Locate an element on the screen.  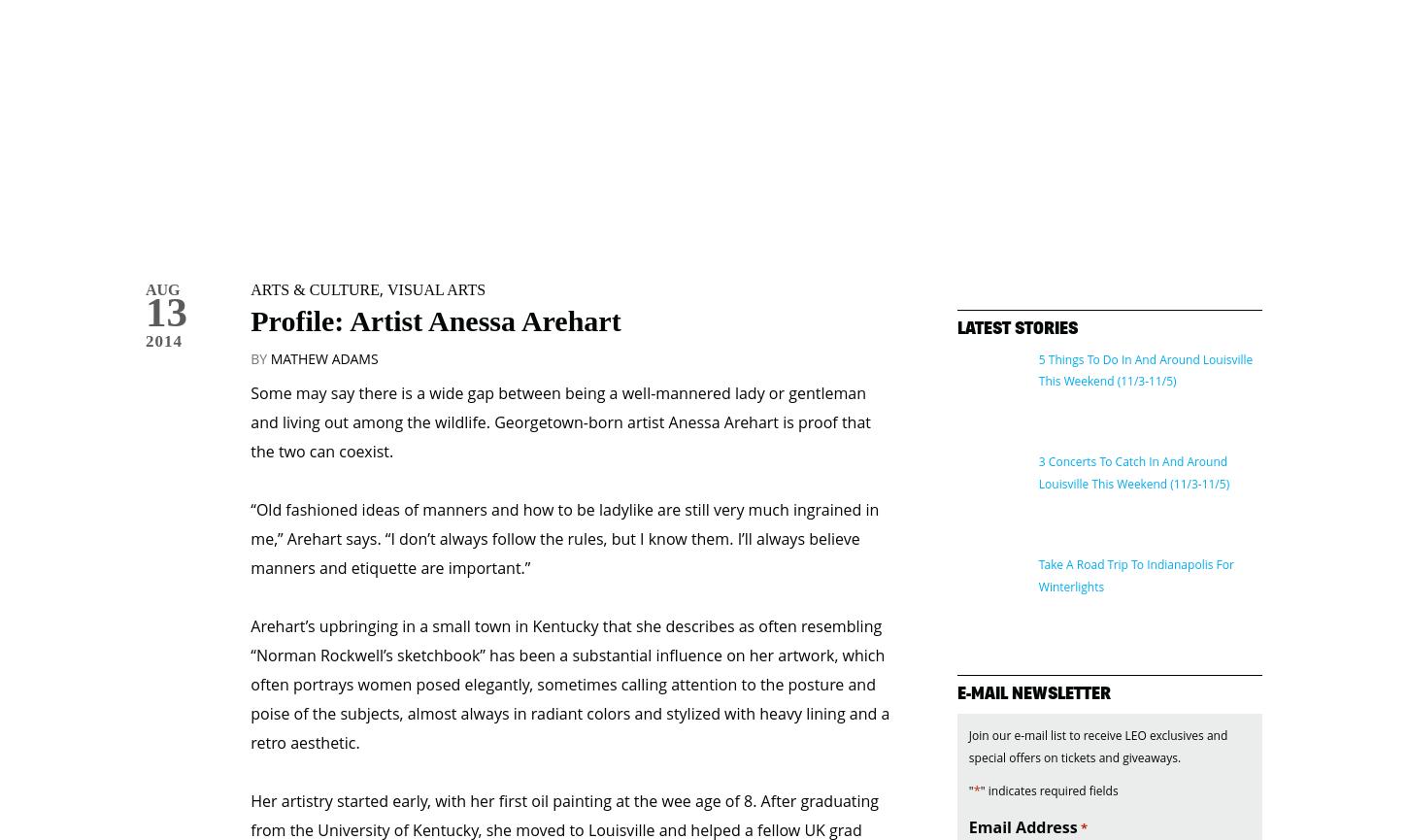
'3 Concerts To Catch In And Around Louisville This Weekend (11/3-11/5)' is located at coordinates (1132, 391).